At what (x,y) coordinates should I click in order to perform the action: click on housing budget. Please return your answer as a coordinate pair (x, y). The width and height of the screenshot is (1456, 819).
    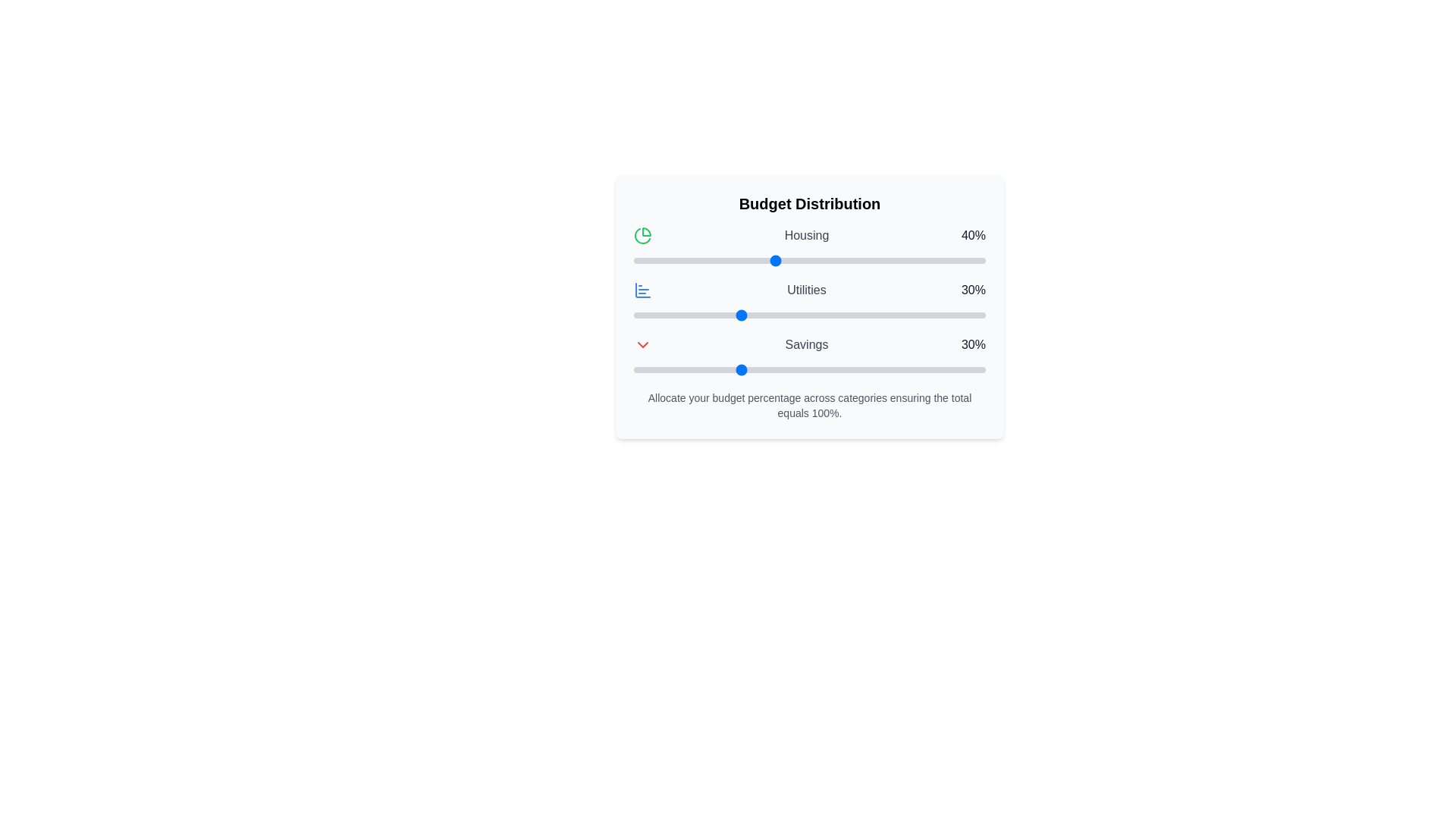
    Looking at the image, I should click on (883, 259).